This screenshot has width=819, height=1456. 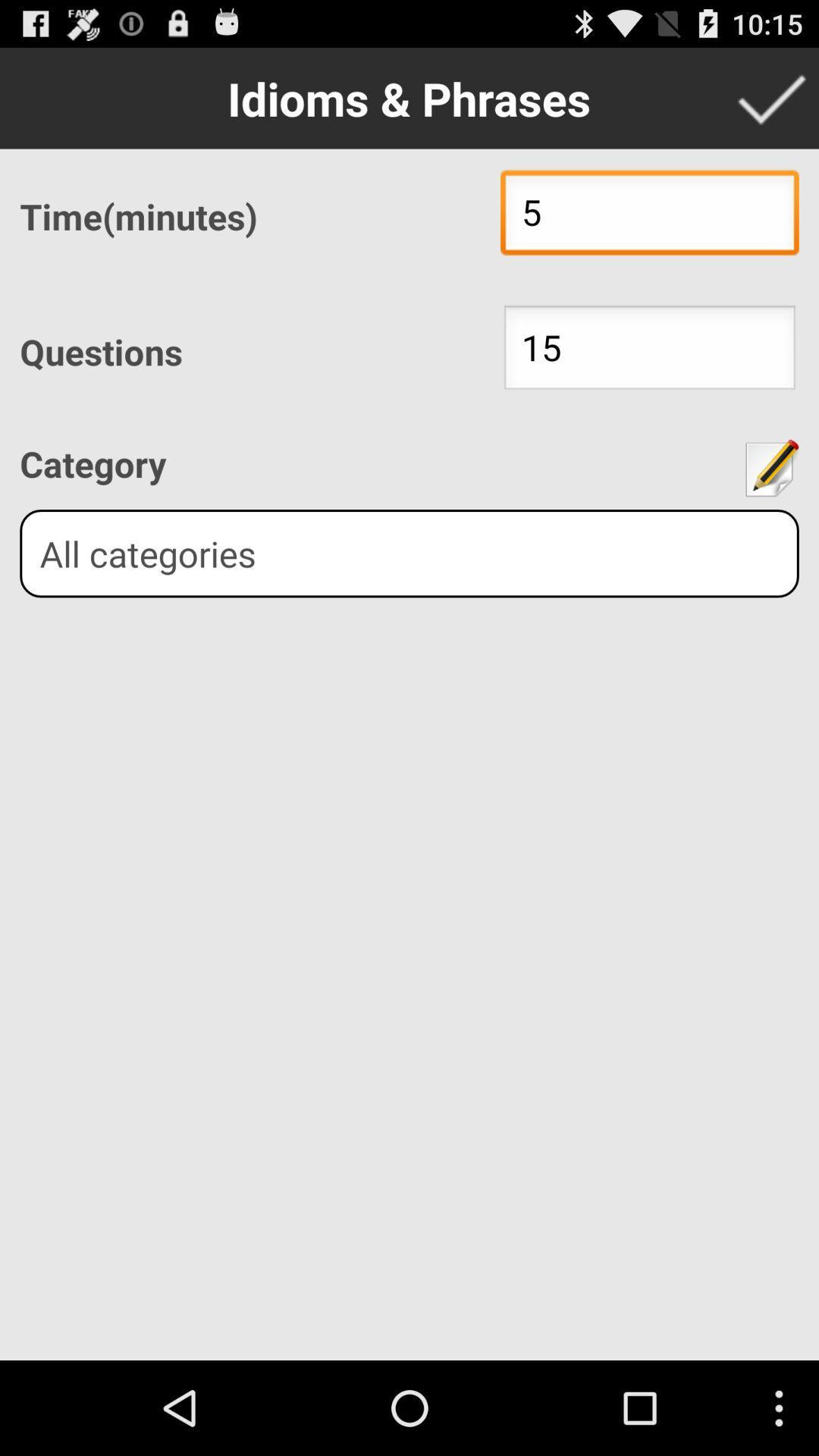 What do you see at coordinates (771, 97) in the screenshot?
I see `confirm data` at bounding box center [771, 97].